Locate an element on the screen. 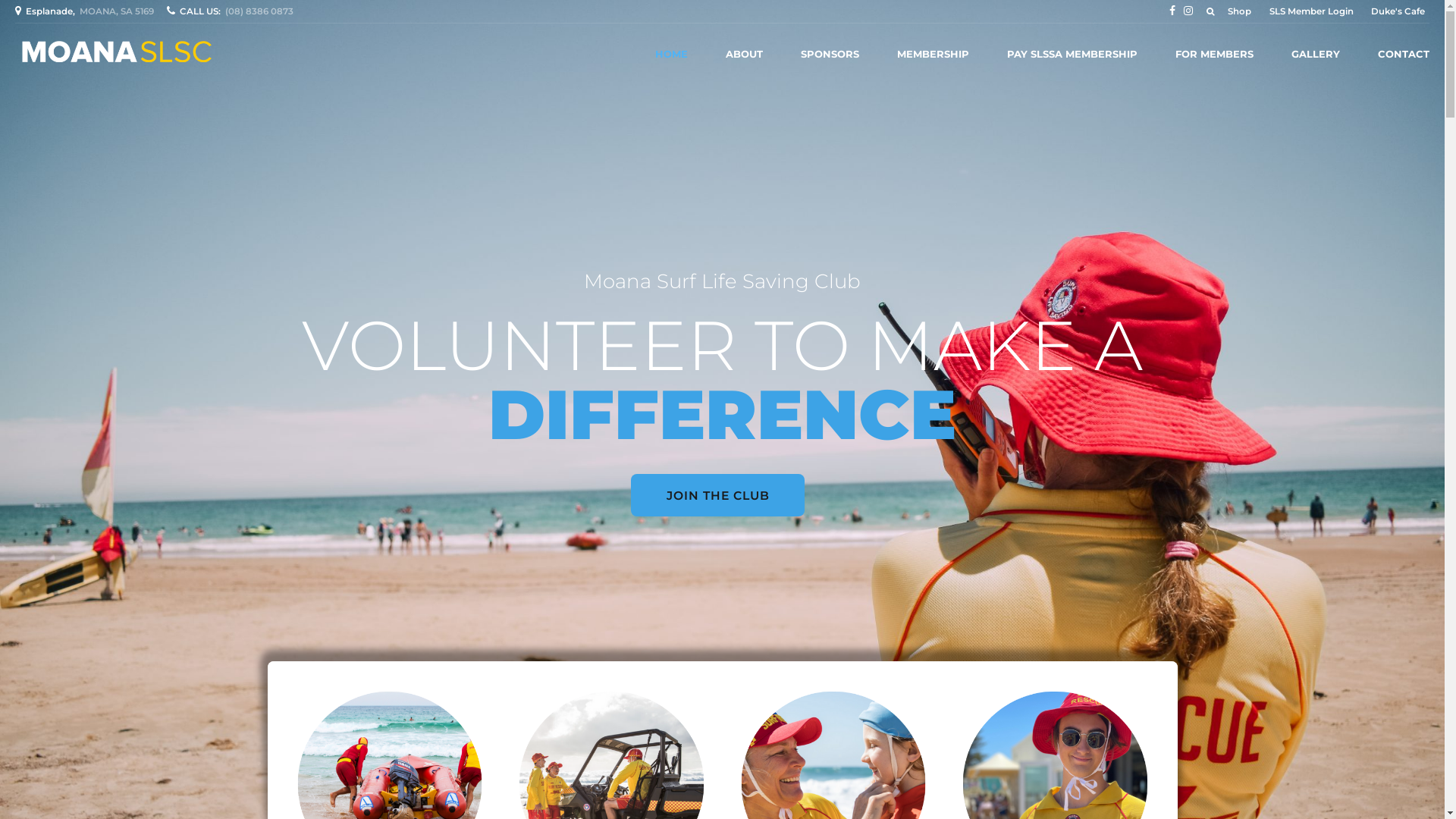  'CONTACT' is located at coordinates (1378, 52).